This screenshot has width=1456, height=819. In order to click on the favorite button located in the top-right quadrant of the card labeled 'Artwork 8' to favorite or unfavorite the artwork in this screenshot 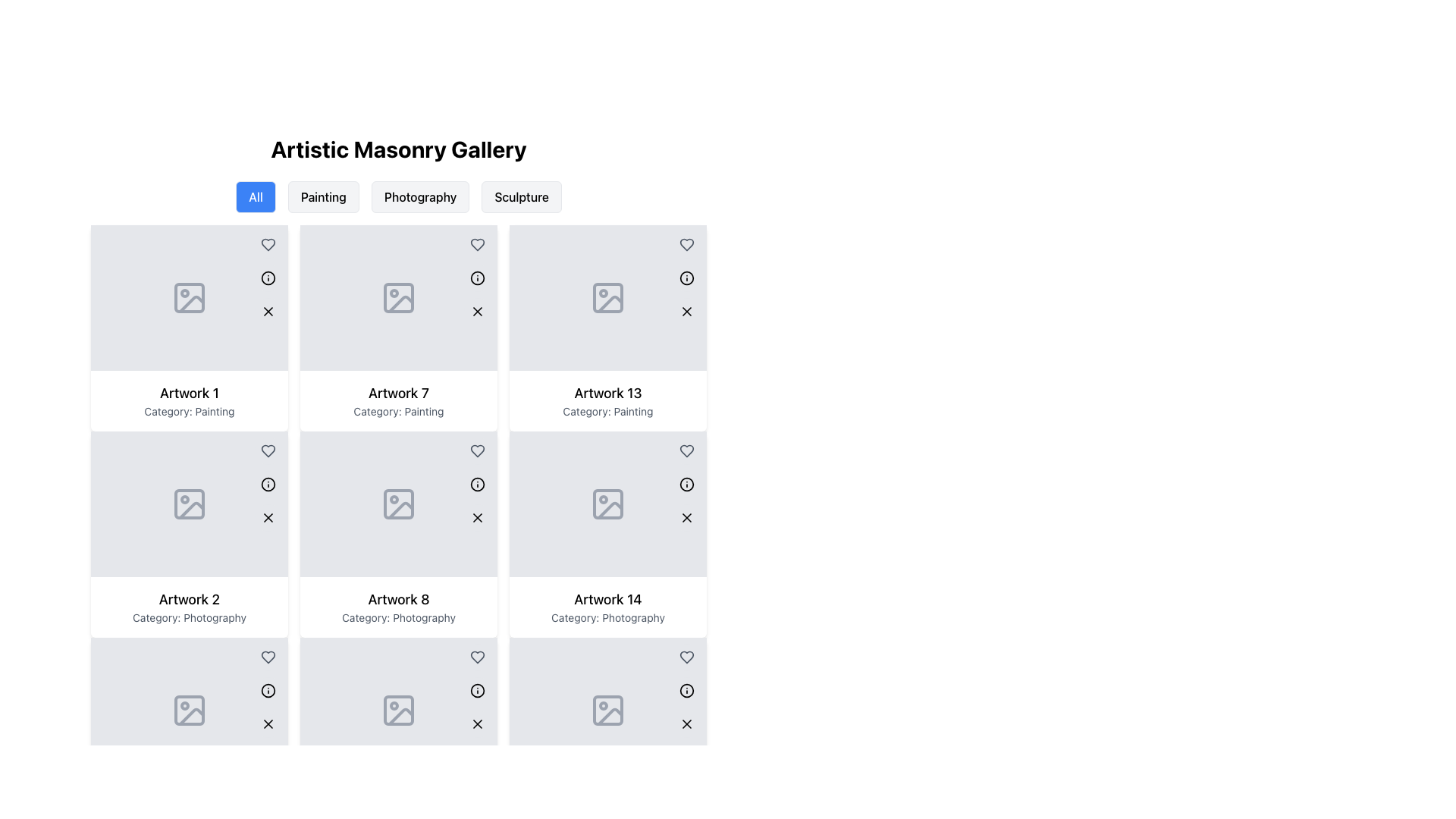, I will do `click(476, 657)`.